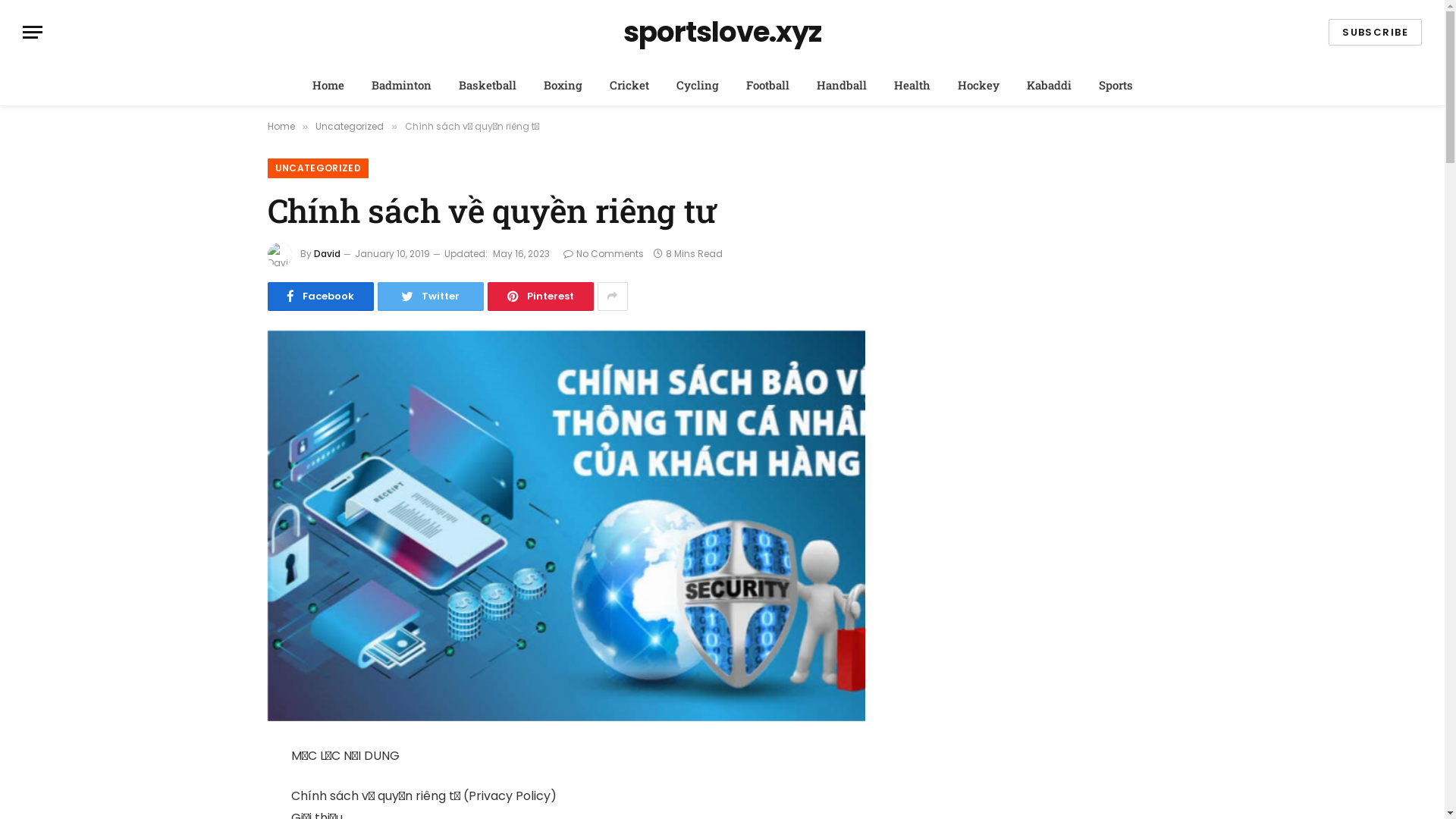  Describe the element at coordinates (315, 125) in the screenshot. I see `'Uncategorized'` at that location.